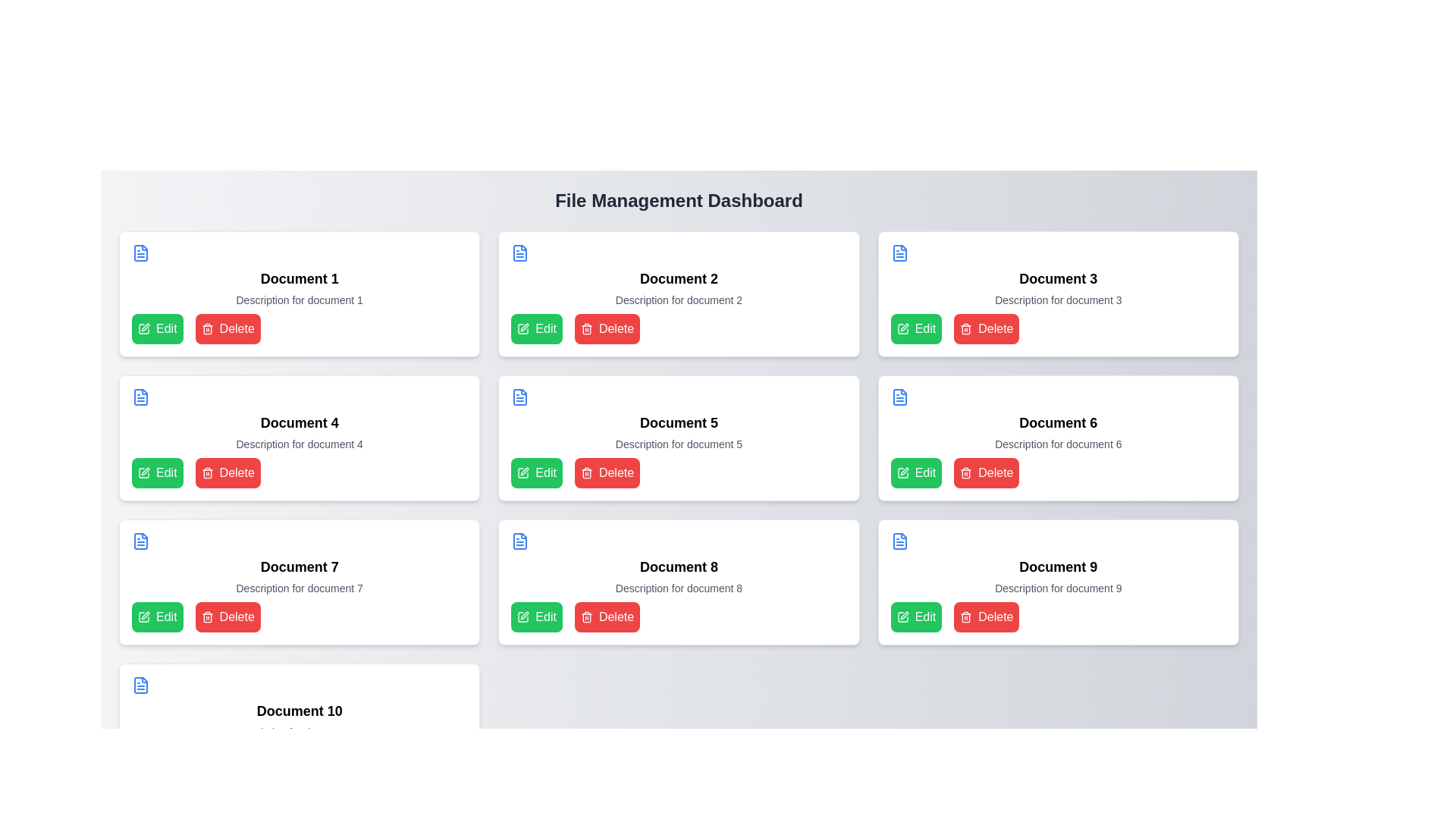 This screenshot has width=1456, height=819. Describe the element at coordinates (1057, 423) in the screenshot. I see `the title text located in the second row, third column of the grid, which identifies the content of the associated card` at that location.